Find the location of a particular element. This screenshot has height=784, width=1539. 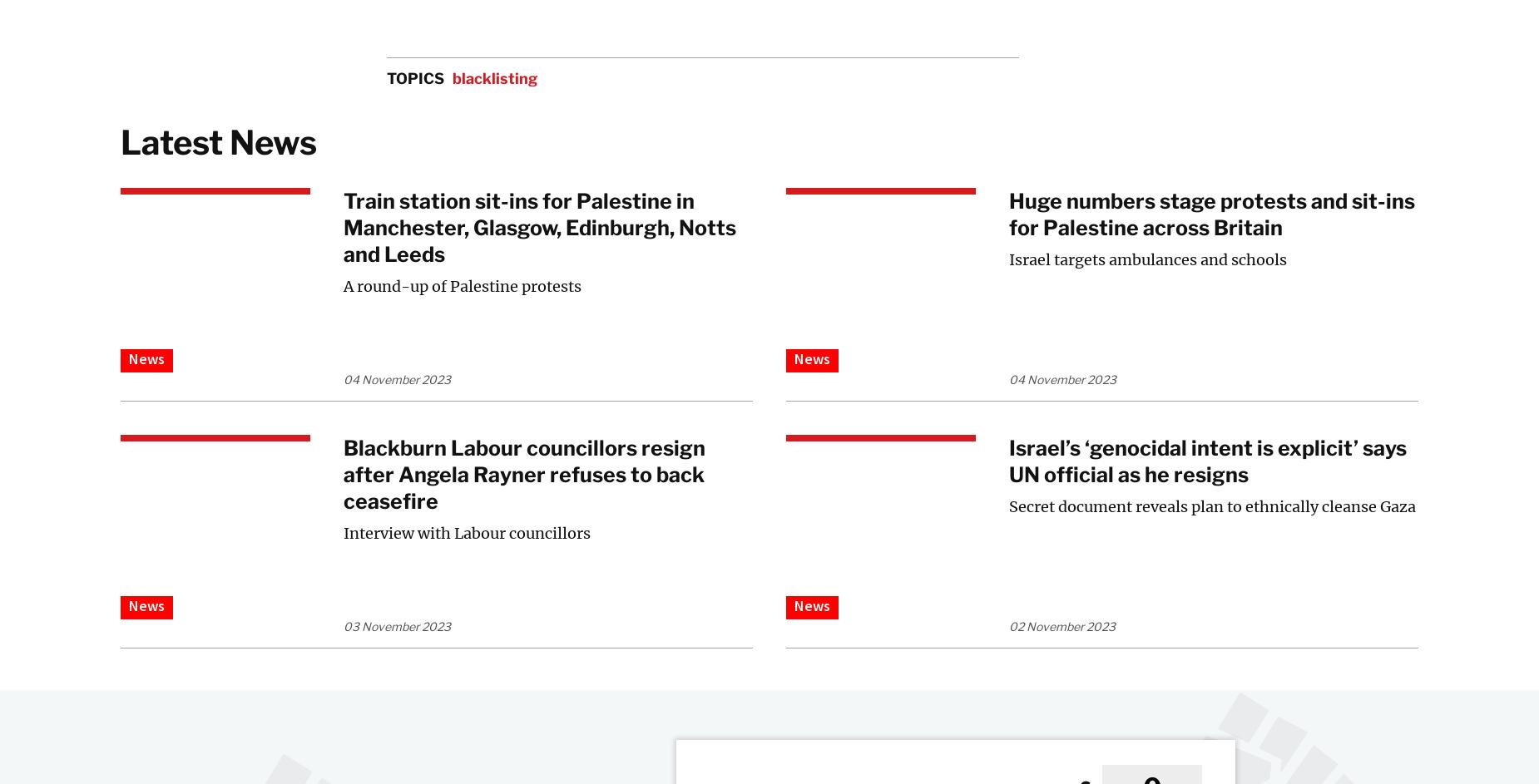

'03 November 2023' is located at coordinates (397, 626).